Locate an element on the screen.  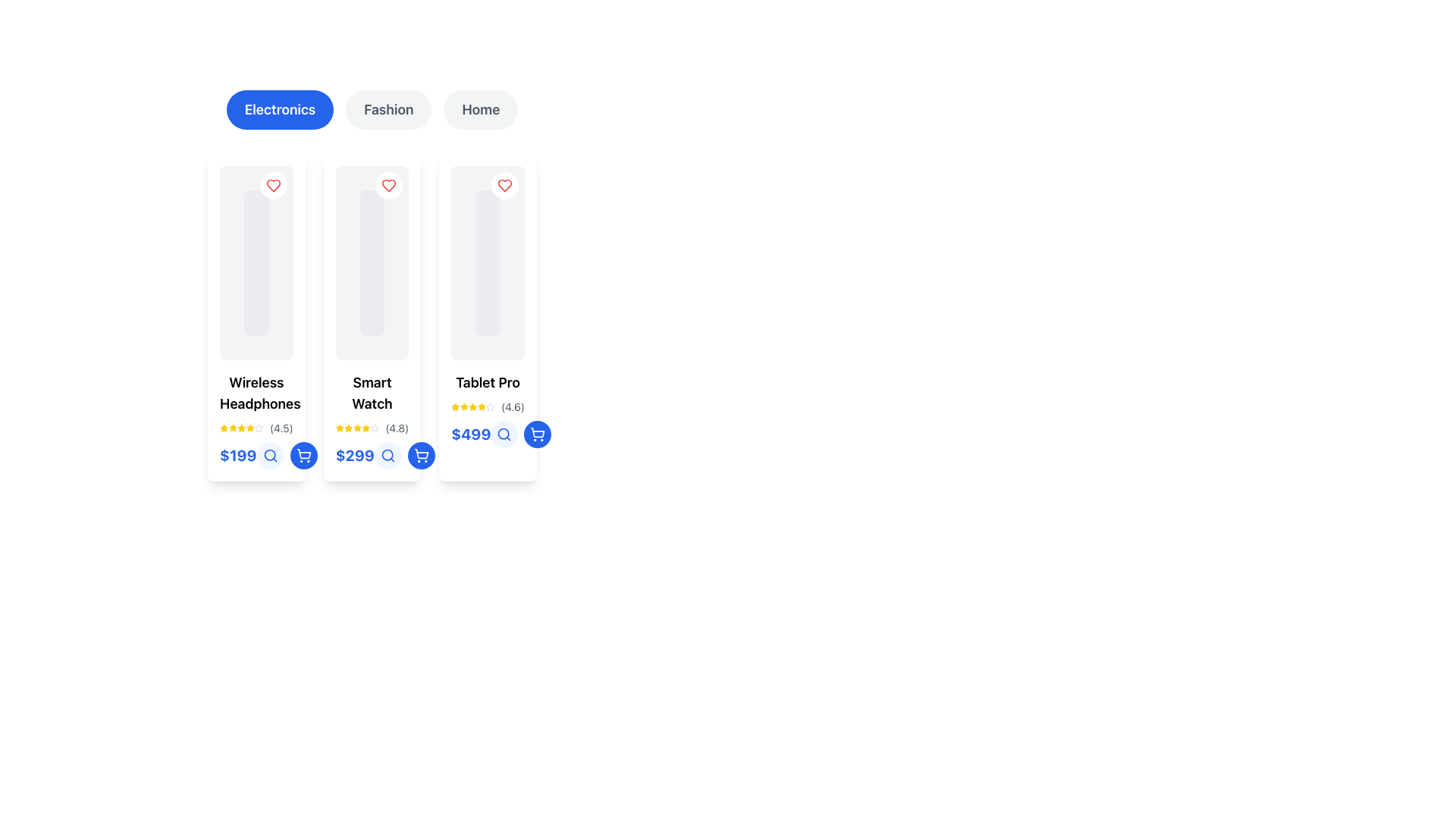
the sixth unfilled rating star icon for the product 'Tablet Pro', which is displayed in a card layout as the third item from the left is located at coordinates (491, 406).